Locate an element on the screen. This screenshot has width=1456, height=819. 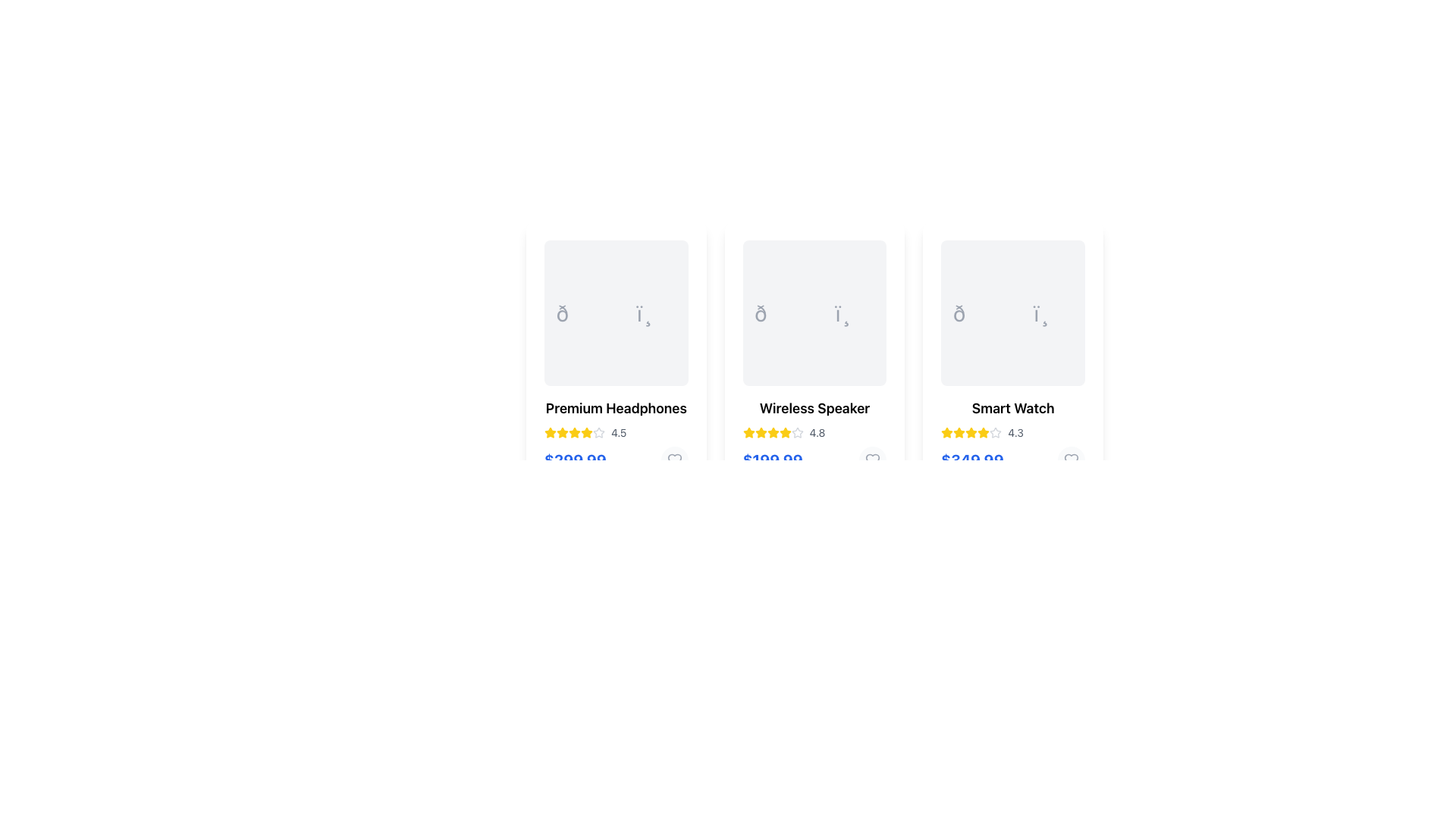
the visual representation of the fifth rating star icon for the product 'Wireless Speaker', which indicates part of the 4.8/5 rating is located at coordinates (785, 432).